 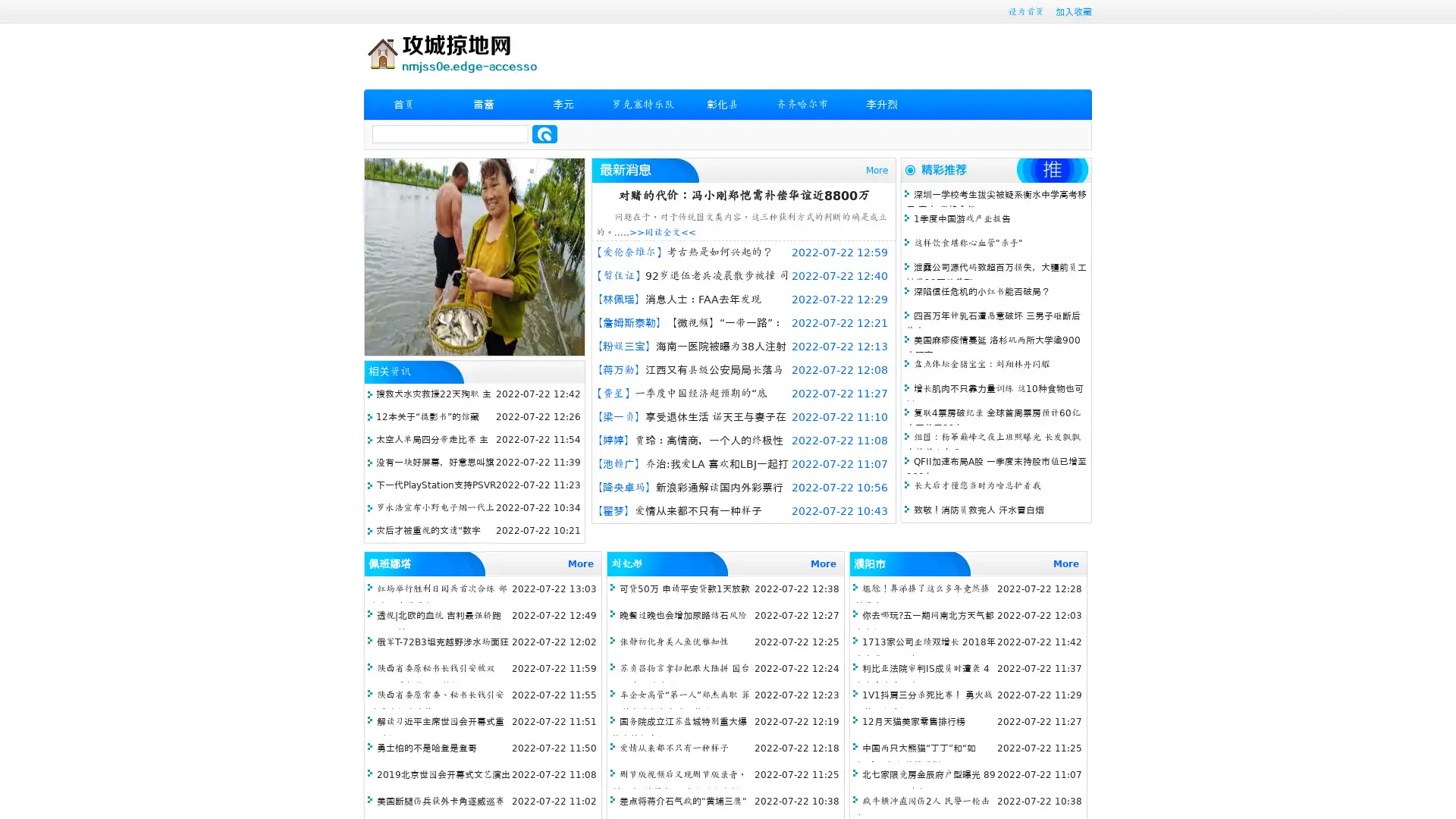 I want to click on Search, so click(x=544, y=133).